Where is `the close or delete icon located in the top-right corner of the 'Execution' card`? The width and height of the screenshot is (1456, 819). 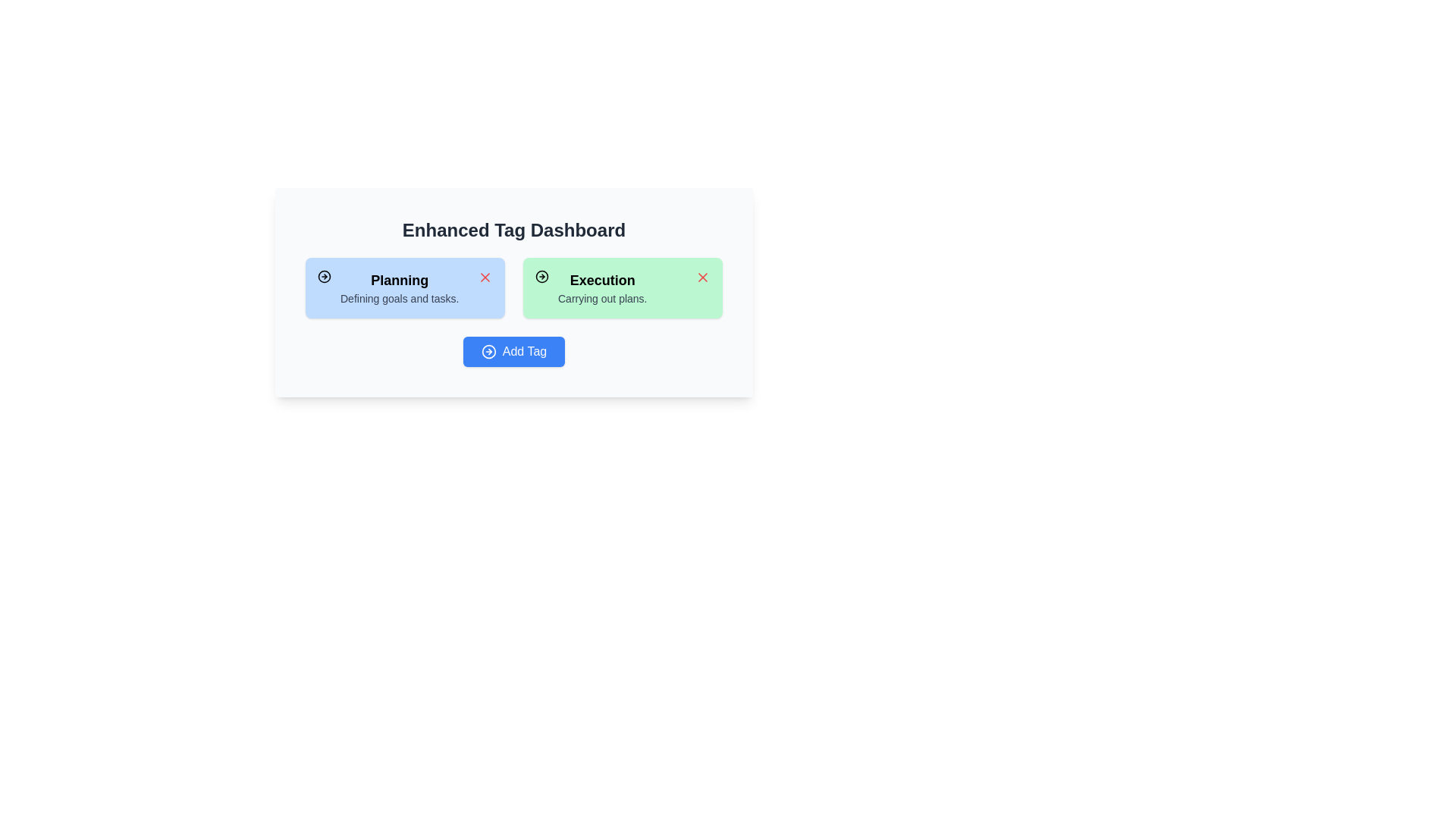
the close or delete icon located in the top-right corner of the 'Execution' card is located at coordinates (701, 278).